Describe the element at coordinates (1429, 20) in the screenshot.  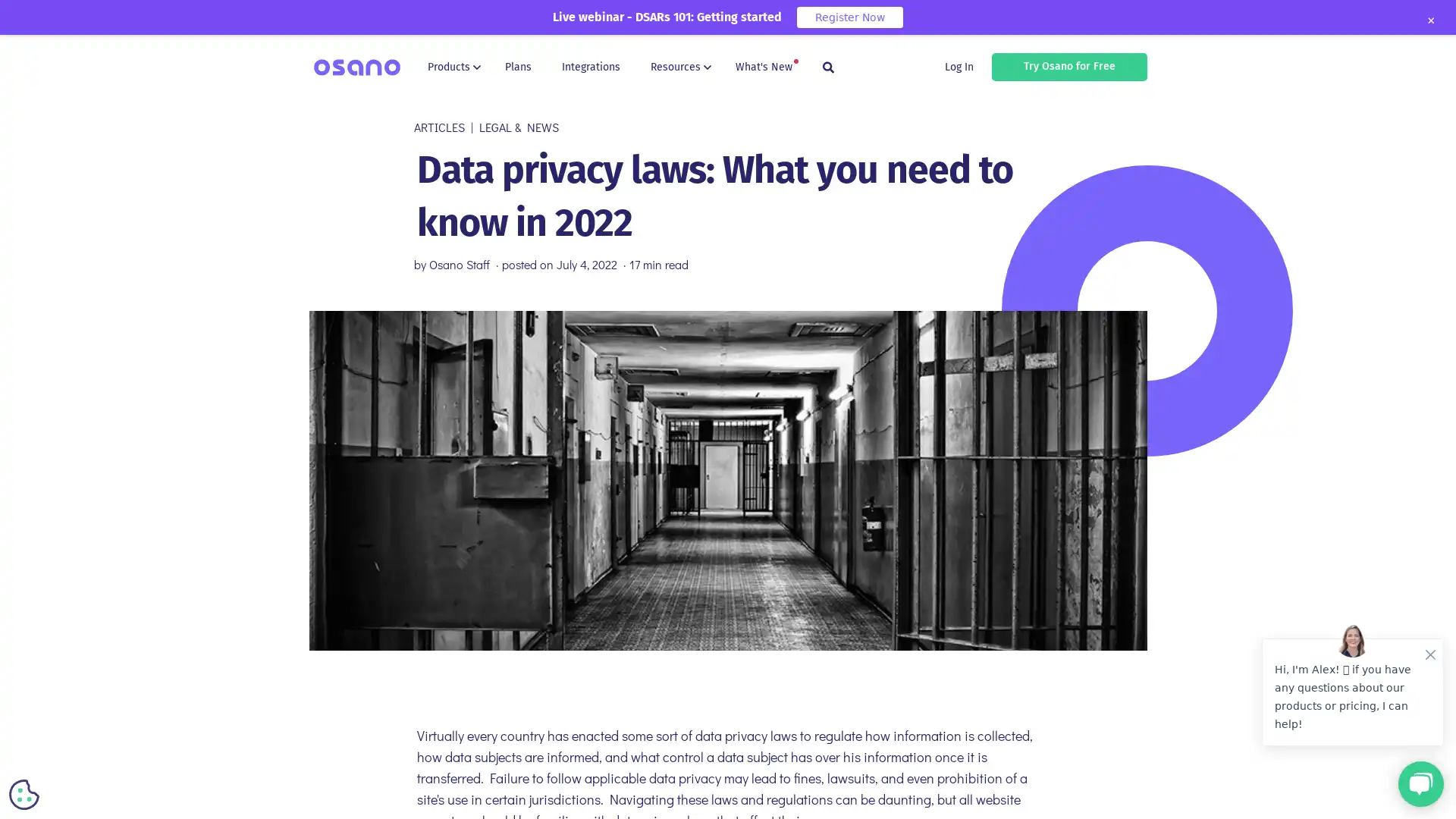
I see `Close` at that location.